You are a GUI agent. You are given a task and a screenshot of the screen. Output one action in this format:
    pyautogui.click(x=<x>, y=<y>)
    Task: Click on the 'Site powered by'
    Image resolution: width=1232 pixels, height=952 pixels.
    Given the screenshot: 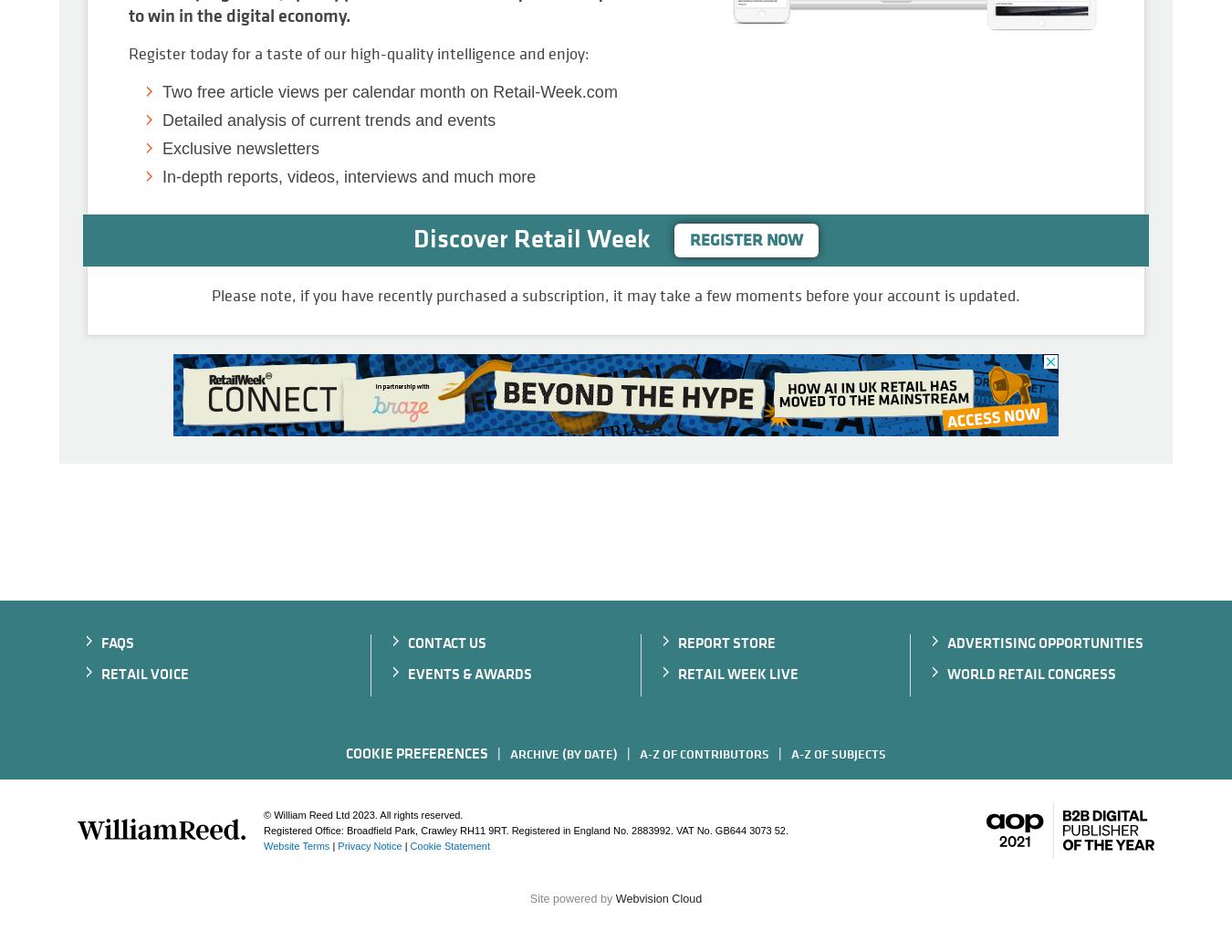 What is the action you would take?
    pyautogui.click(x=571, y=899)
    